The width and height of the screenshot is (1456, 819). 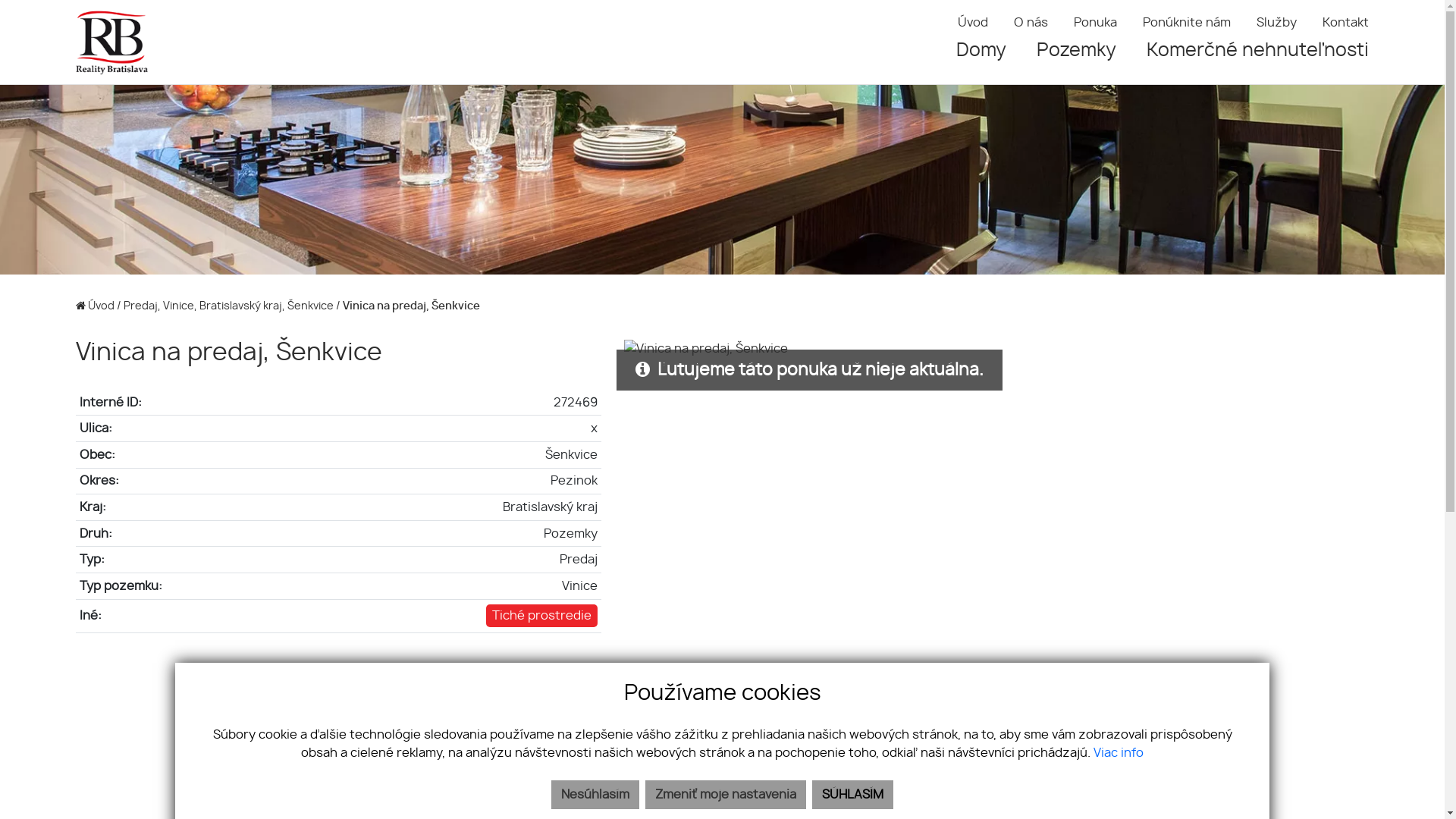 What do you see at coordinates (981, 49) in the screenshot?
I see `'Domy'` at bounding box center [981, 49].